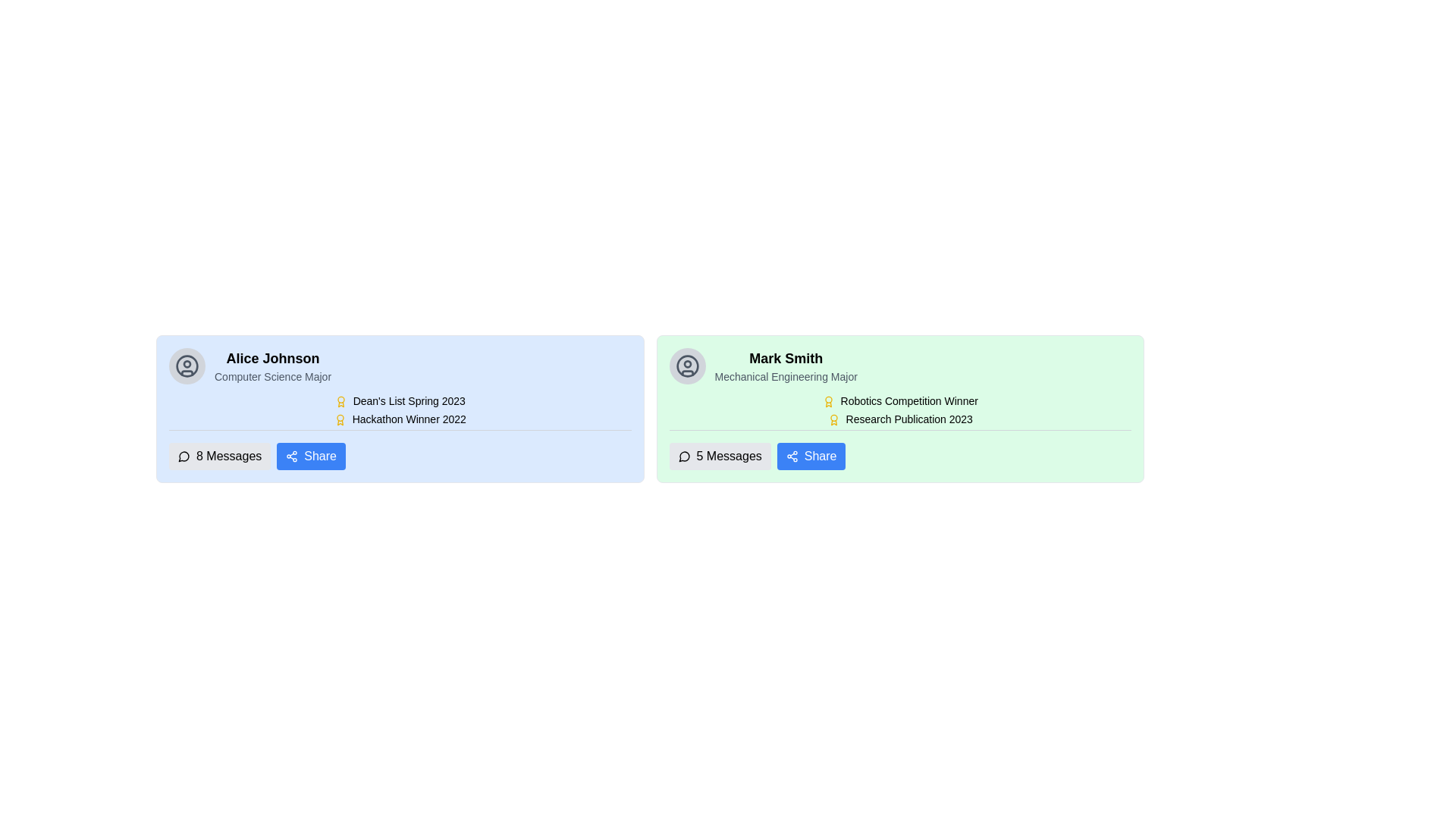  What do you see at coordinates (339, 420) in the screenshot?
I see `the award medal icon located to the left of the 'Hackathon Winner 2022' text in the description block for Alice Johnson` at bounding box center [339, 420].